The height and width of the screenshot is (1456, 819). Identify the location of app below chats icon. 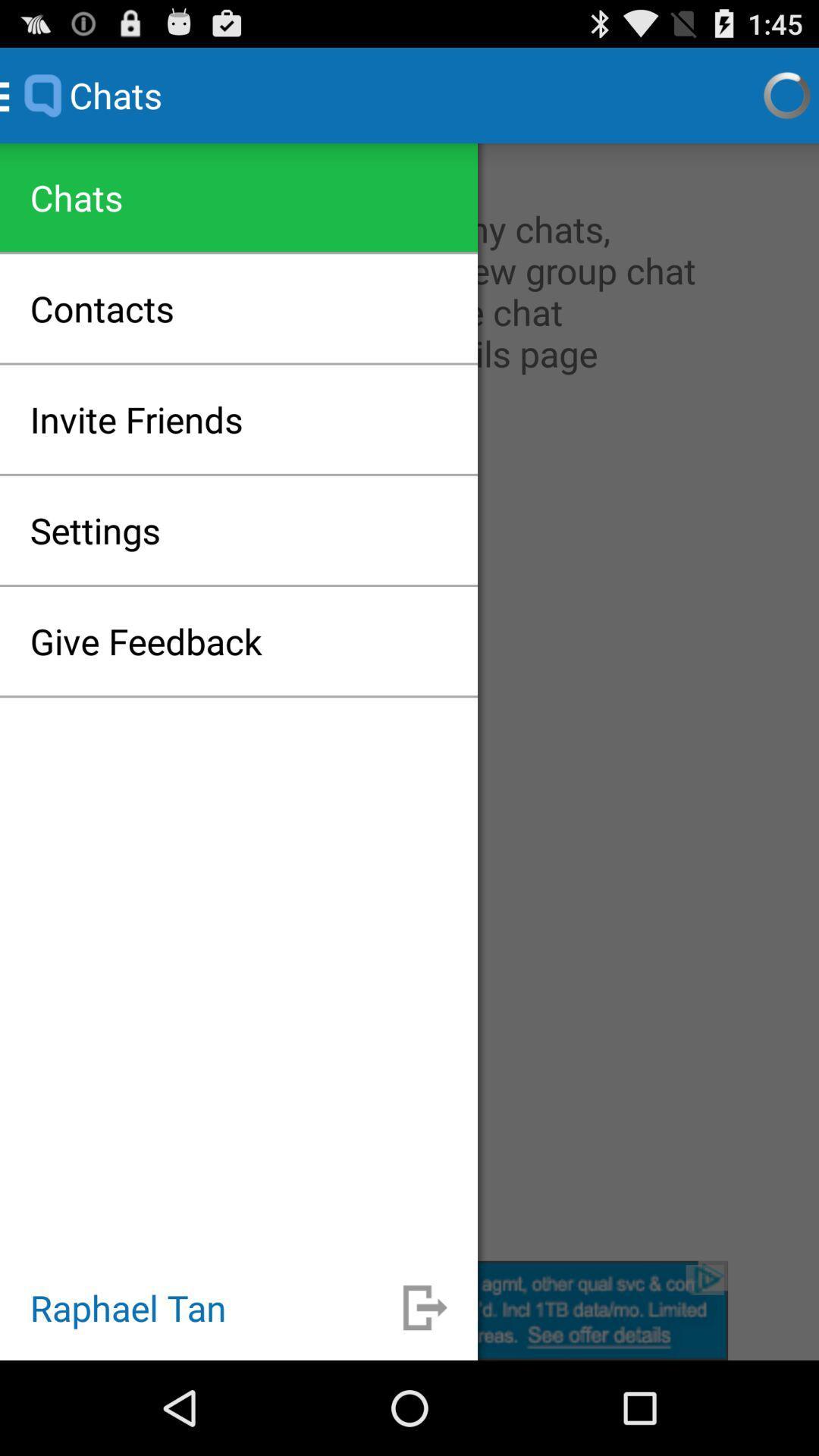
(102, 307).